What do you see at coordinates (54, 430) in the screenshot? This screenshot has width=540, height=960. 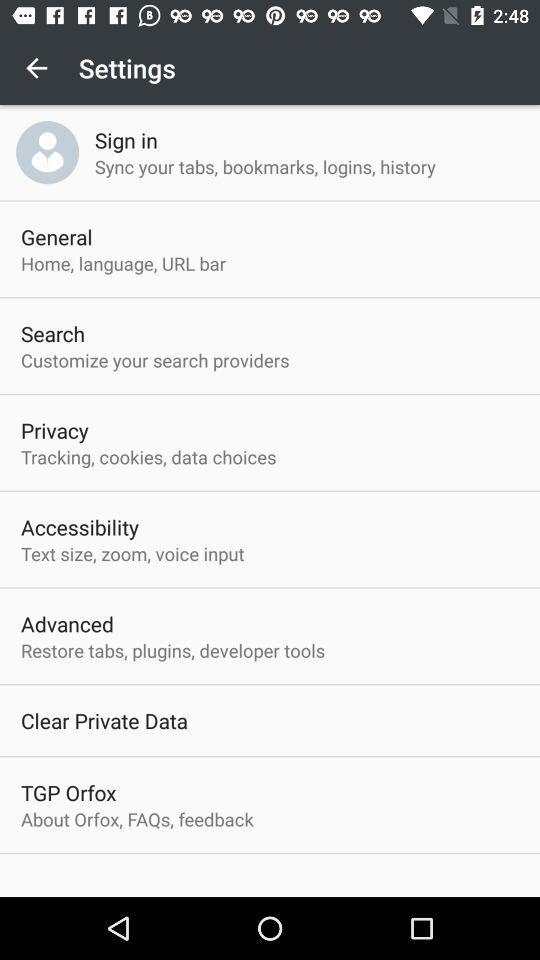 I see `privacy` at bounding box center [54, 430].